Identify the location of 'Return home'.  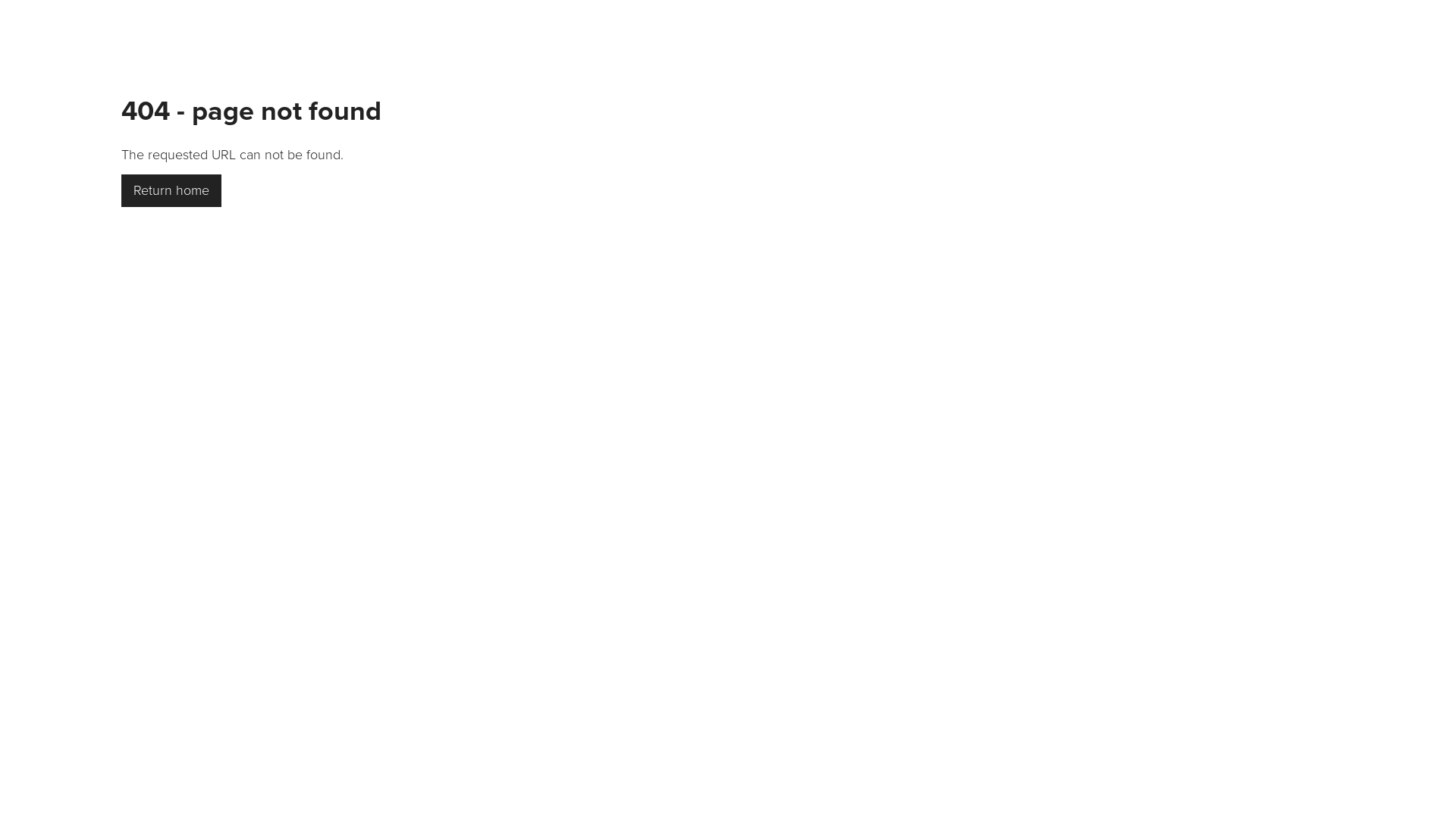
(171, 190).